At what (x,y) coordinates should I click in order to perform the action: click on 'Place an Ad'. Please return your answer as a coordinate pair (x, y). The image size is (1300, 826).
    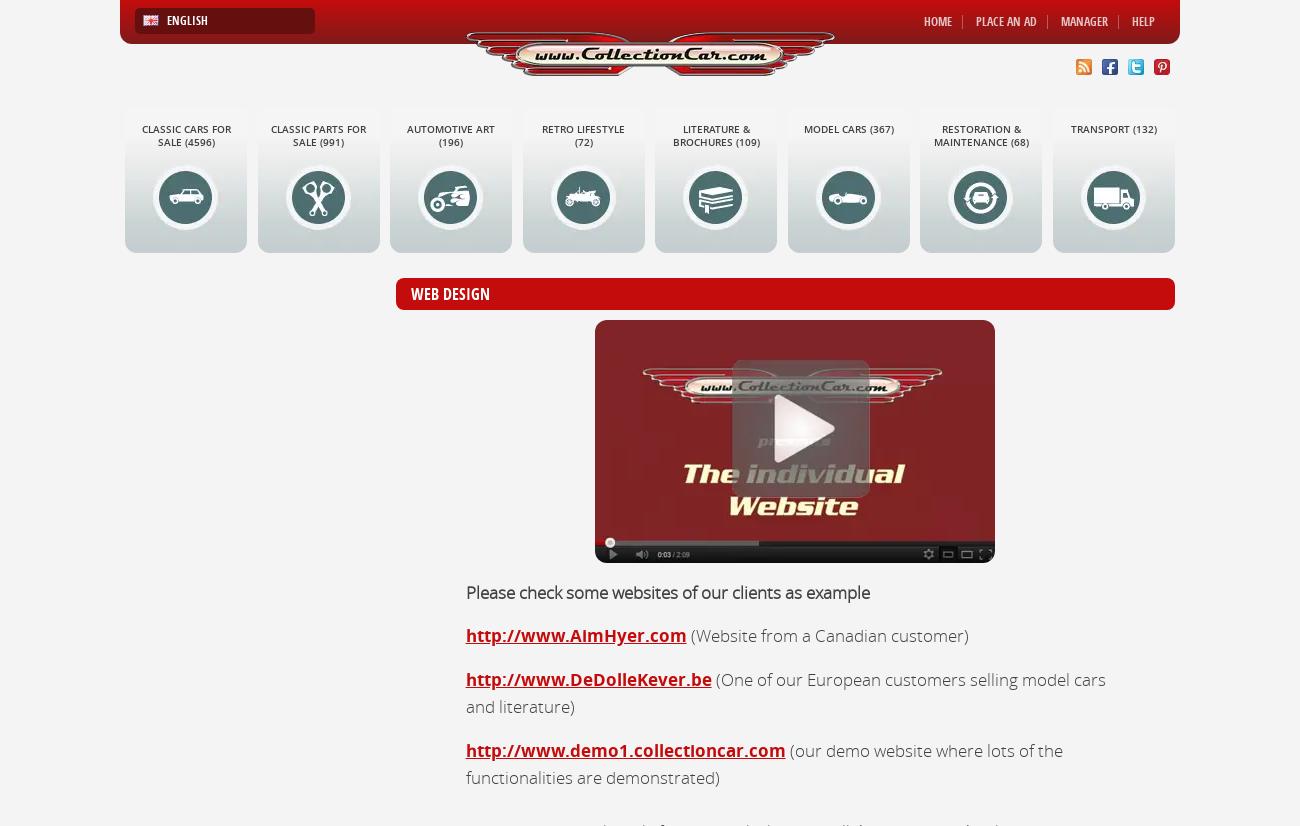
    Looking at the image, I should click on (1004, 21).